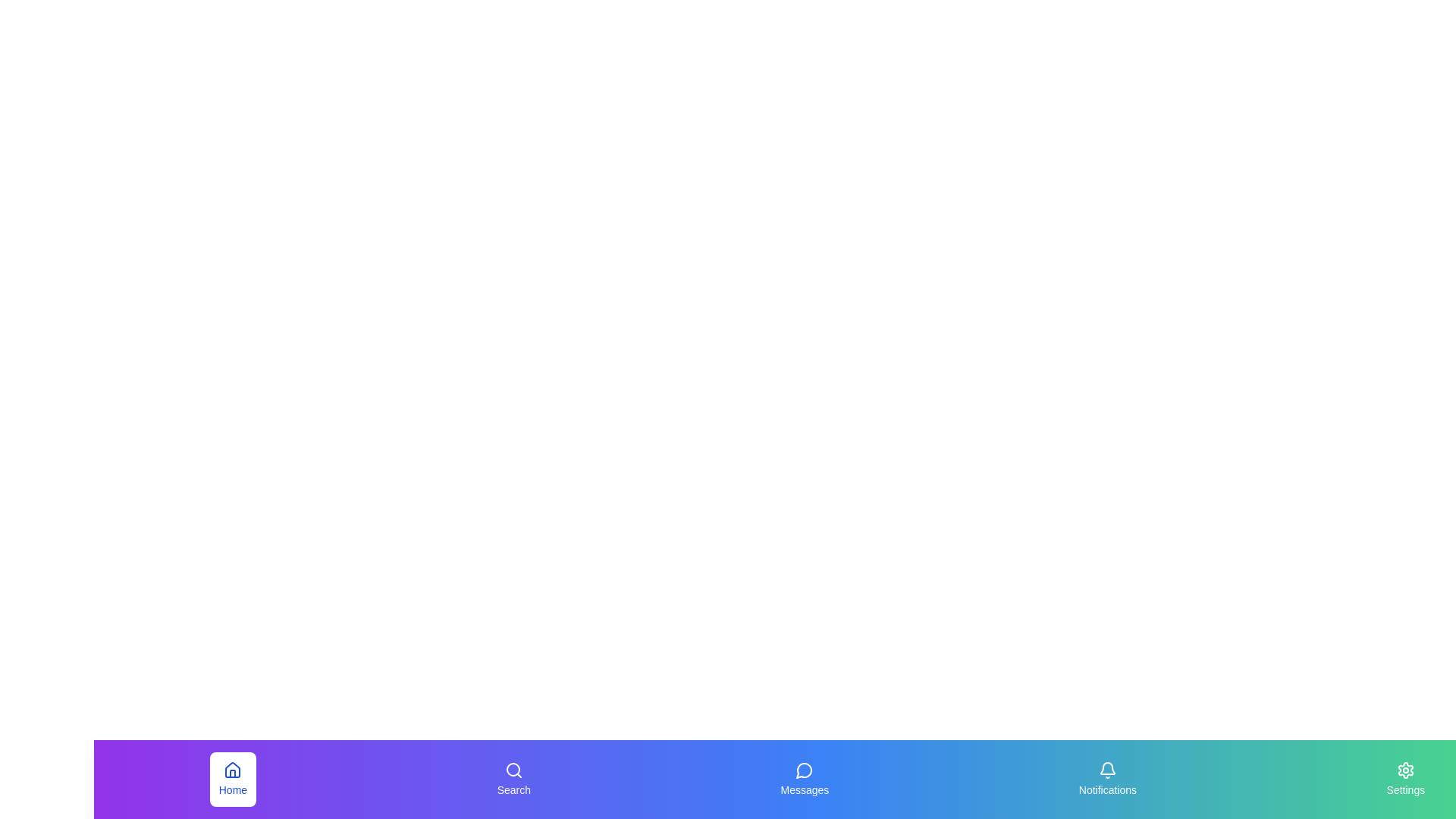 Image resolution: width=1456 pixels, height=819 pixels. What do you see at coordinates (1404, 780) in the screenshot?
I see `the navigation icon labeled 'Settings'` at bounding box center [1404, 780].